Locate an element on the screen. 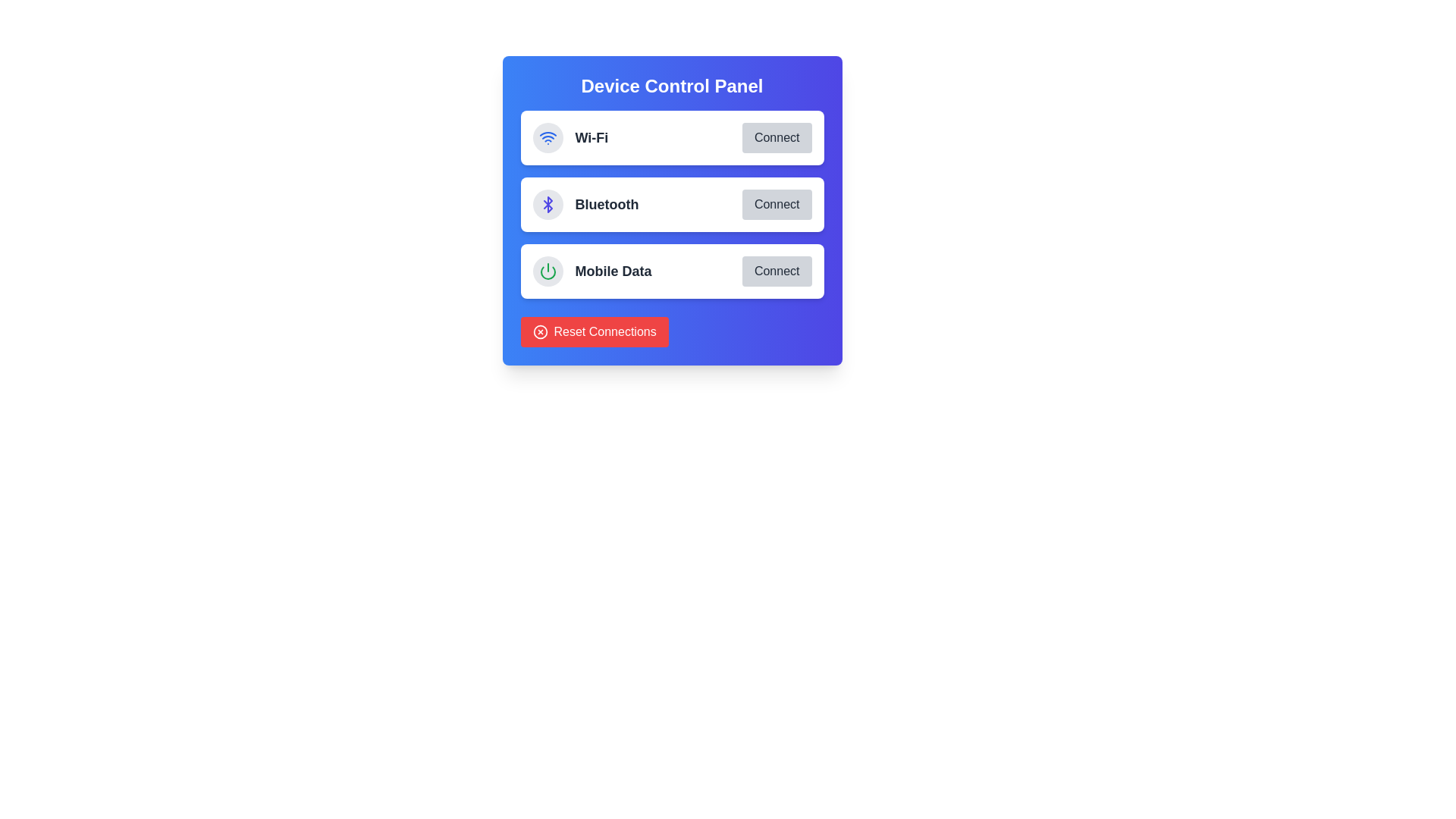 The width and height of the screenshot is (1456, 819). the 'Mobile Data' text label, which is styled with a bold font and located in the third row of the 'Device Control Panel', to the right of a green power icon is located at coordinates (613, 271).